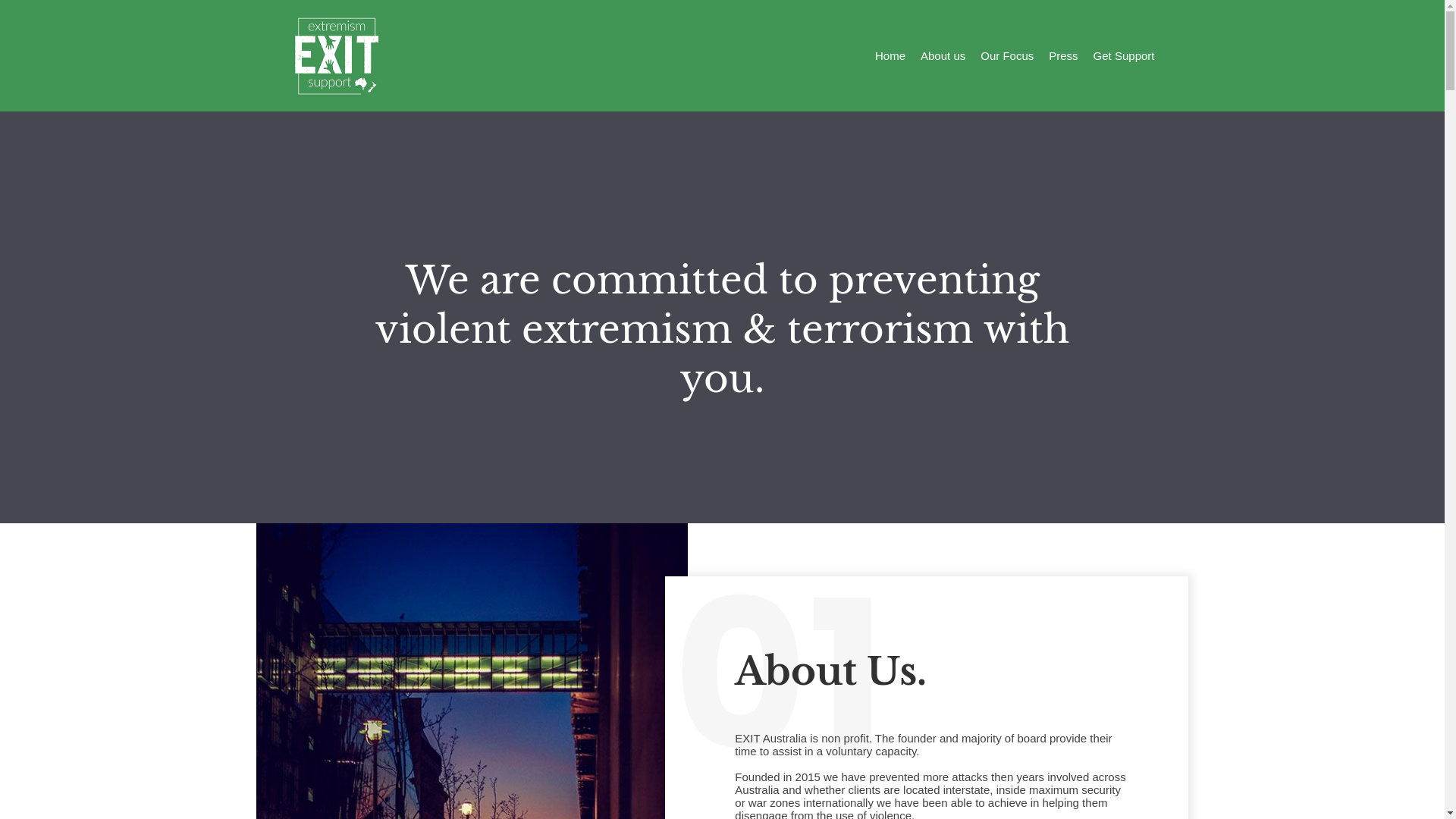  Describe the element at coordinates (14, 8) in the screenshot. I see `'Skip to content'` at that location.